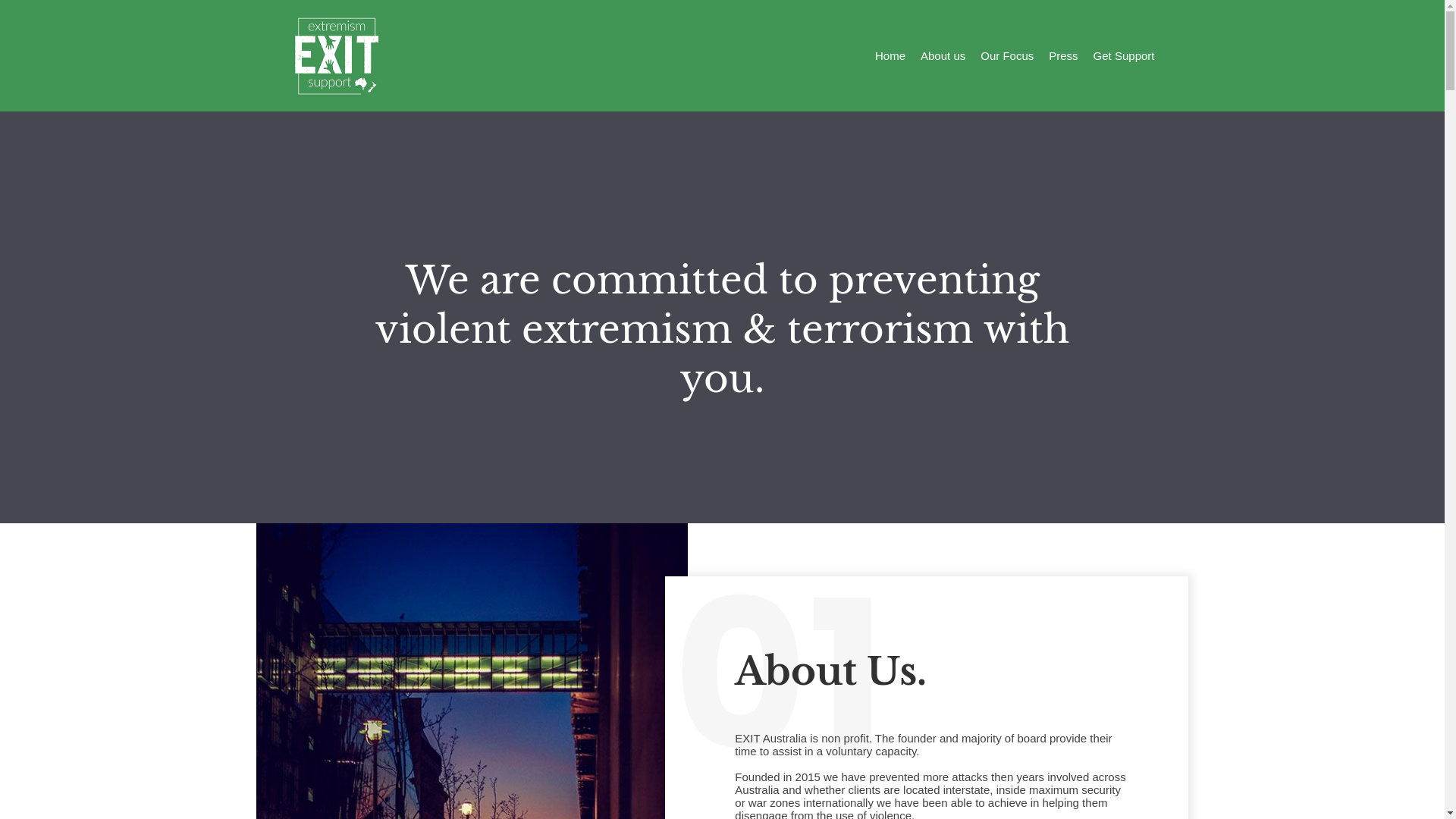  Describe the element at coordinates (14, 8) in the screenshot. I see `'Skip to content'` at that location.